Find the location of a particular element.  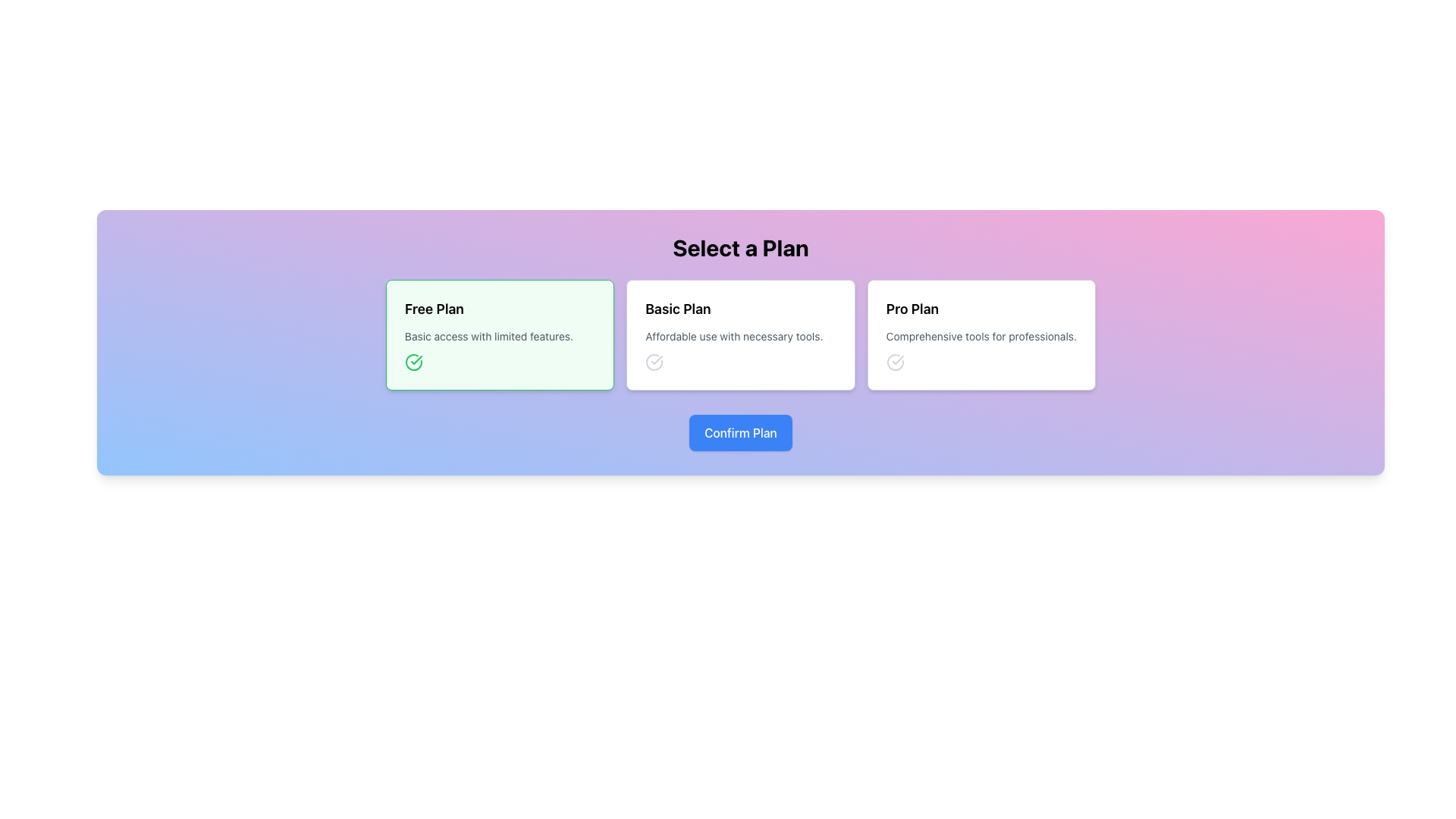

the circular icon with a green outline located at the bottom-left corner of the 'Free Plan' card is located at coordinates (413, 362).